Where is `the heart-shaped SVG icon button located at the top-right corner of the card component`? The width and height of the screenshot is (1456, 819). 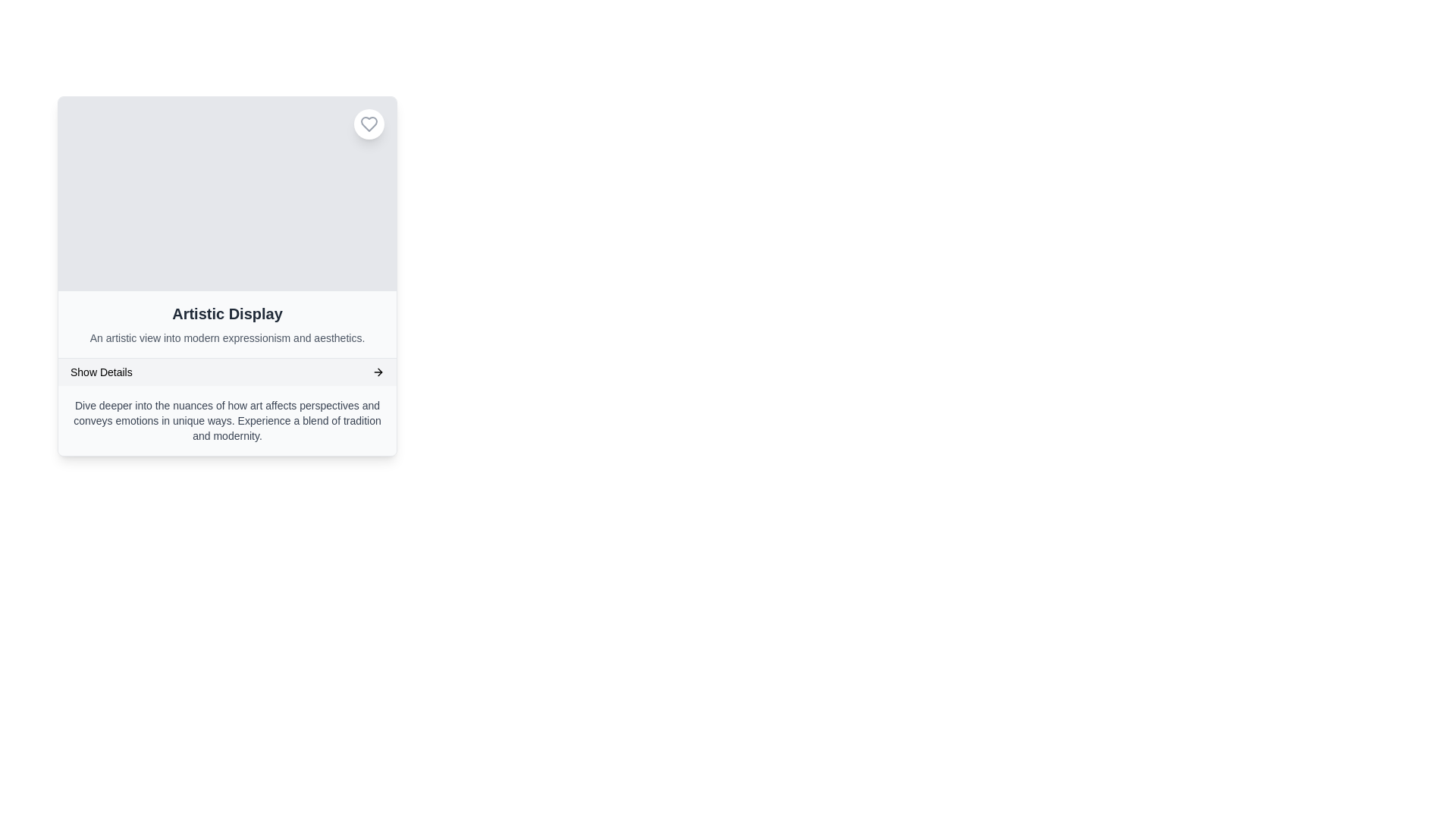
the heart-shaped SVG icon button located at the top-right corner of the card component is located at coordinates (369, 124).